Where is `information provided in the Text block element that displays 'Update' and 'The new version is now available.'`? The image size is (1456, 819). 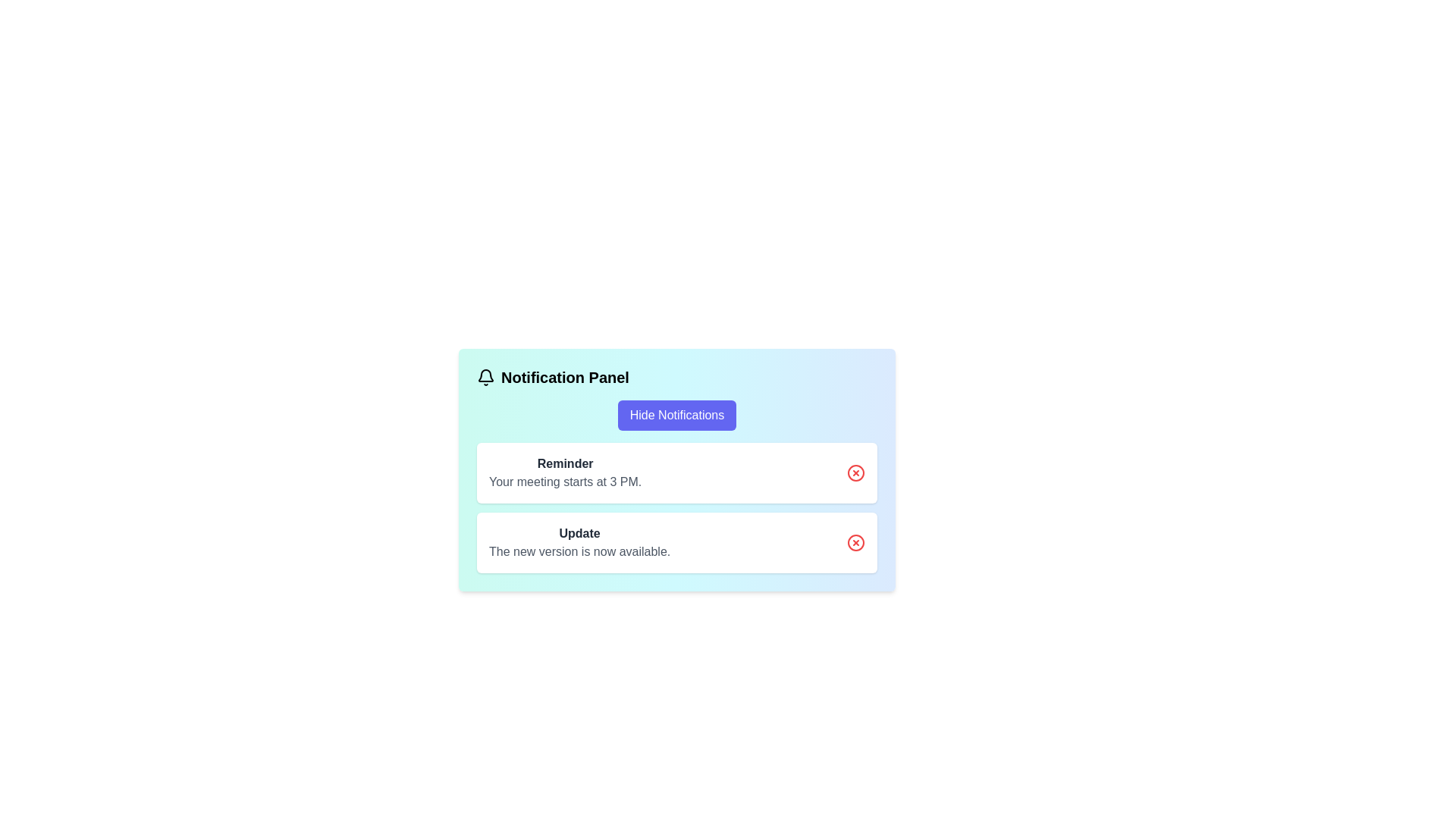 information provided in the Text block element that displays 'Update' and 'The new version is now available.' is located at coordinates (579, 542).